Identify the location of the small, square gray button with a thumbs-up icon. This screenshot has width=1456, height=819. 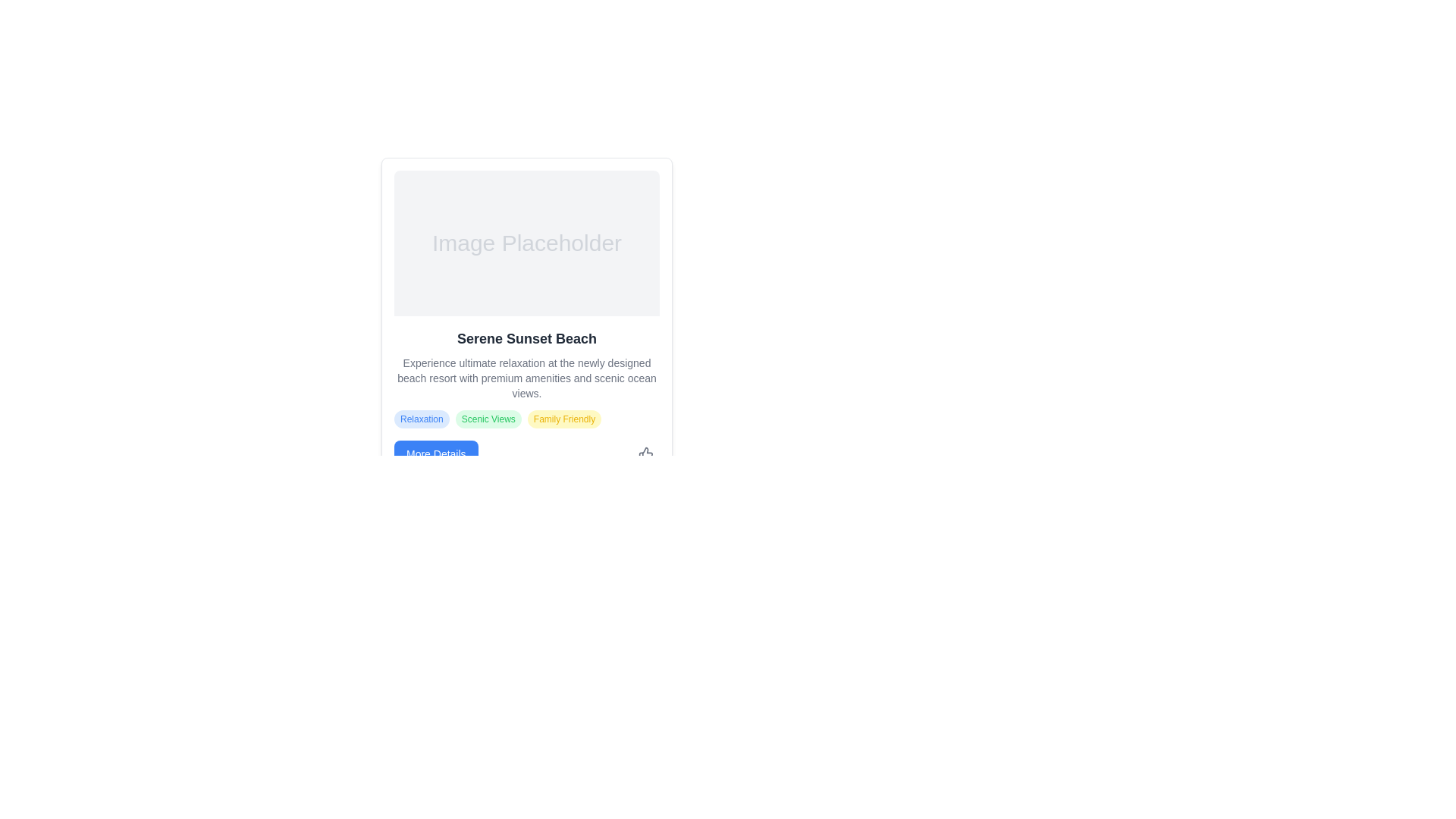
(645, 453).